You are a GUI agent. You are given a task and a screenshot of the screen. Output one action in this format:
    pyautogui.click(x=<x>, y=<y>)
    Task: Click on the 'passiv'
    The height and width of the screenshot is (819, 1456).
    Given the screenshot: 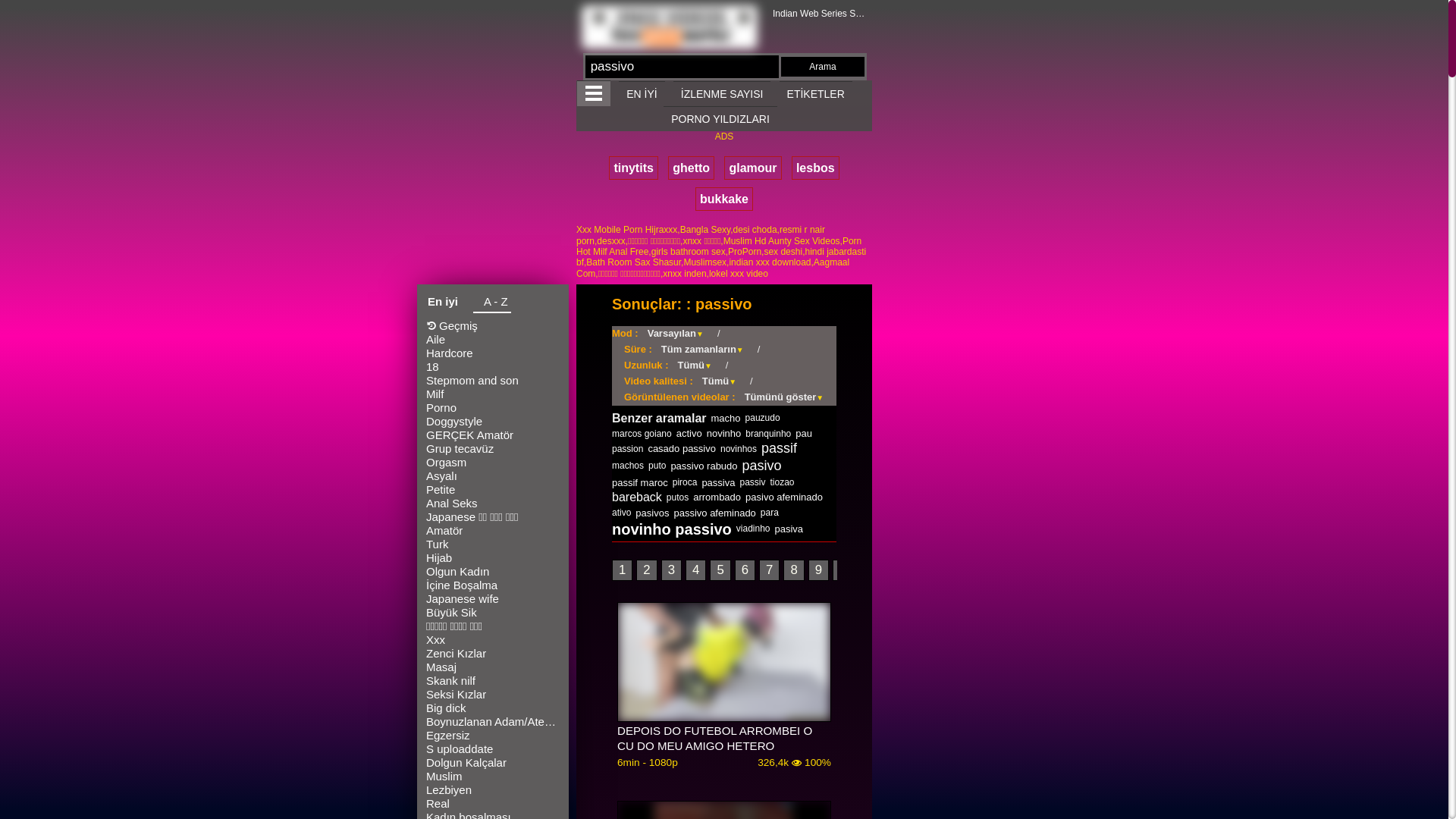 What is the action you would take?
    pyautogui.click(x=752, y=482)
    